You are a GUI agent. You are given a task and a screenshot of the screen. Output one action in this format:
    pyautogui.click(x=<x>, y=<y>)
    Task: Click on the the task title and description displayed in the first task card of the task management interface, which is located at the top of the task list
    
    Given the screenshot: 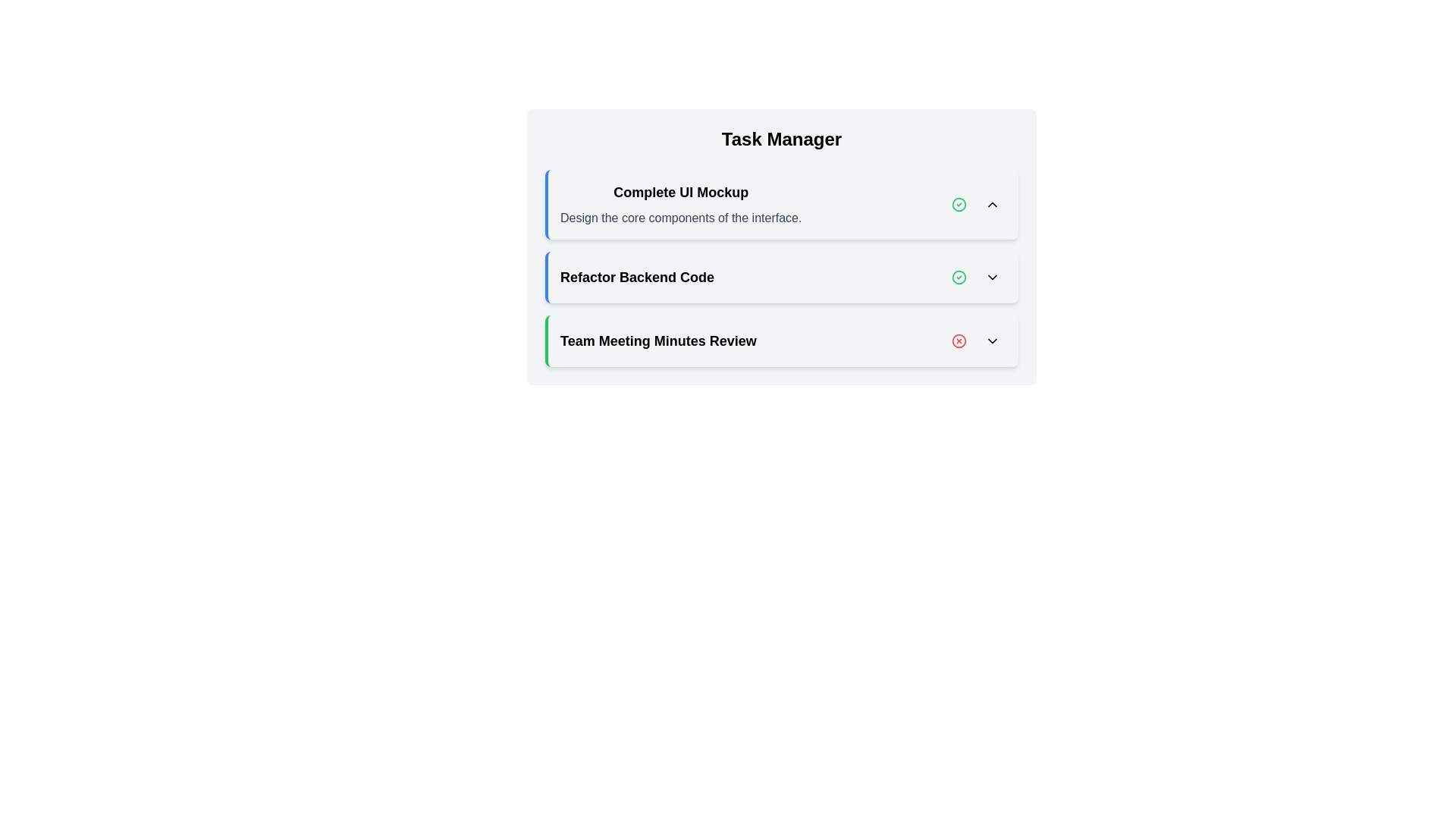 What is the action you would take?
    pyautogui.click(x=783, y=205)
    